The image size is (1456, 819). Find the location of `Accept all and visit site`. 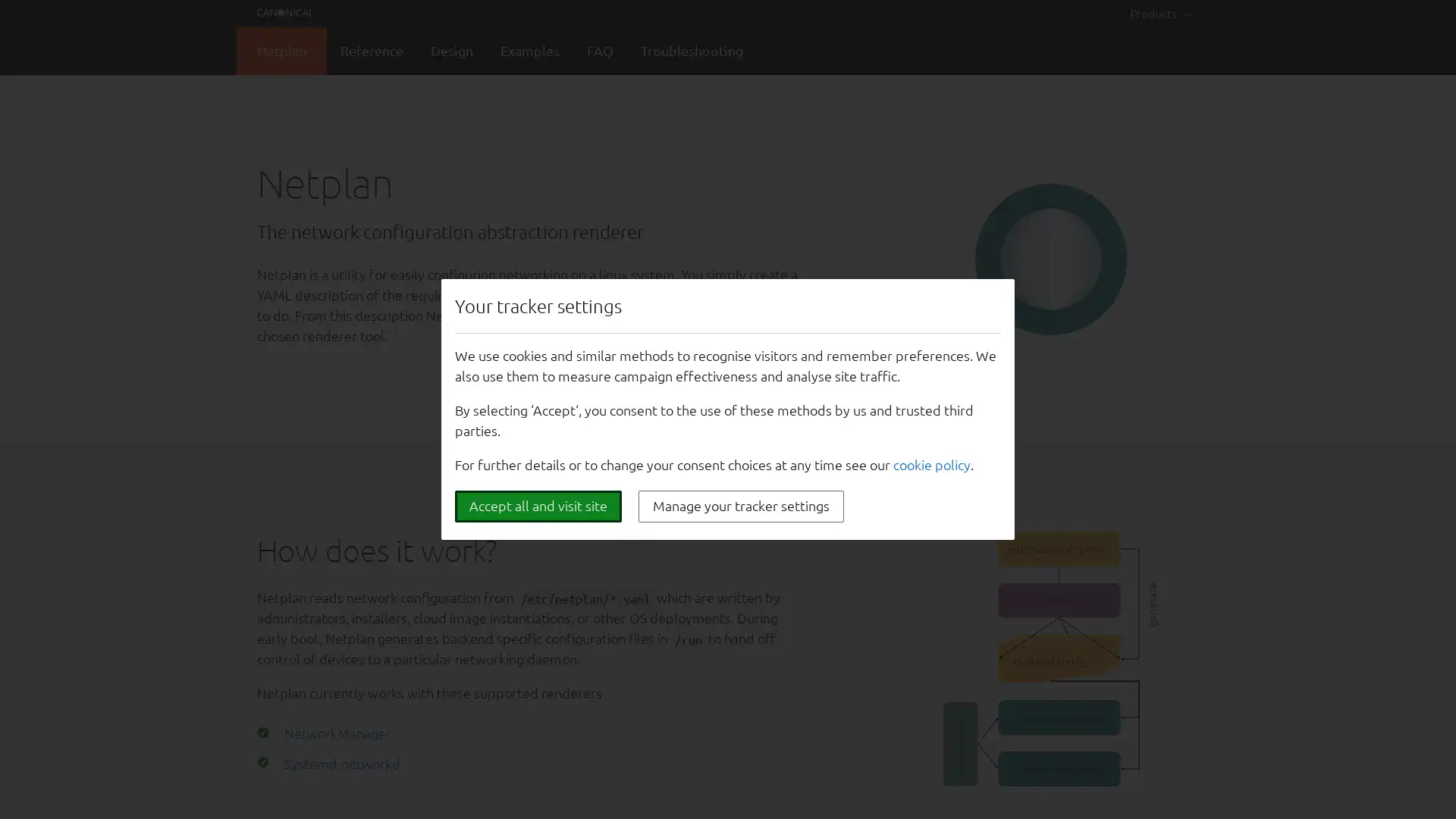

Accept all and visit site is located at coordinates (538, 506).